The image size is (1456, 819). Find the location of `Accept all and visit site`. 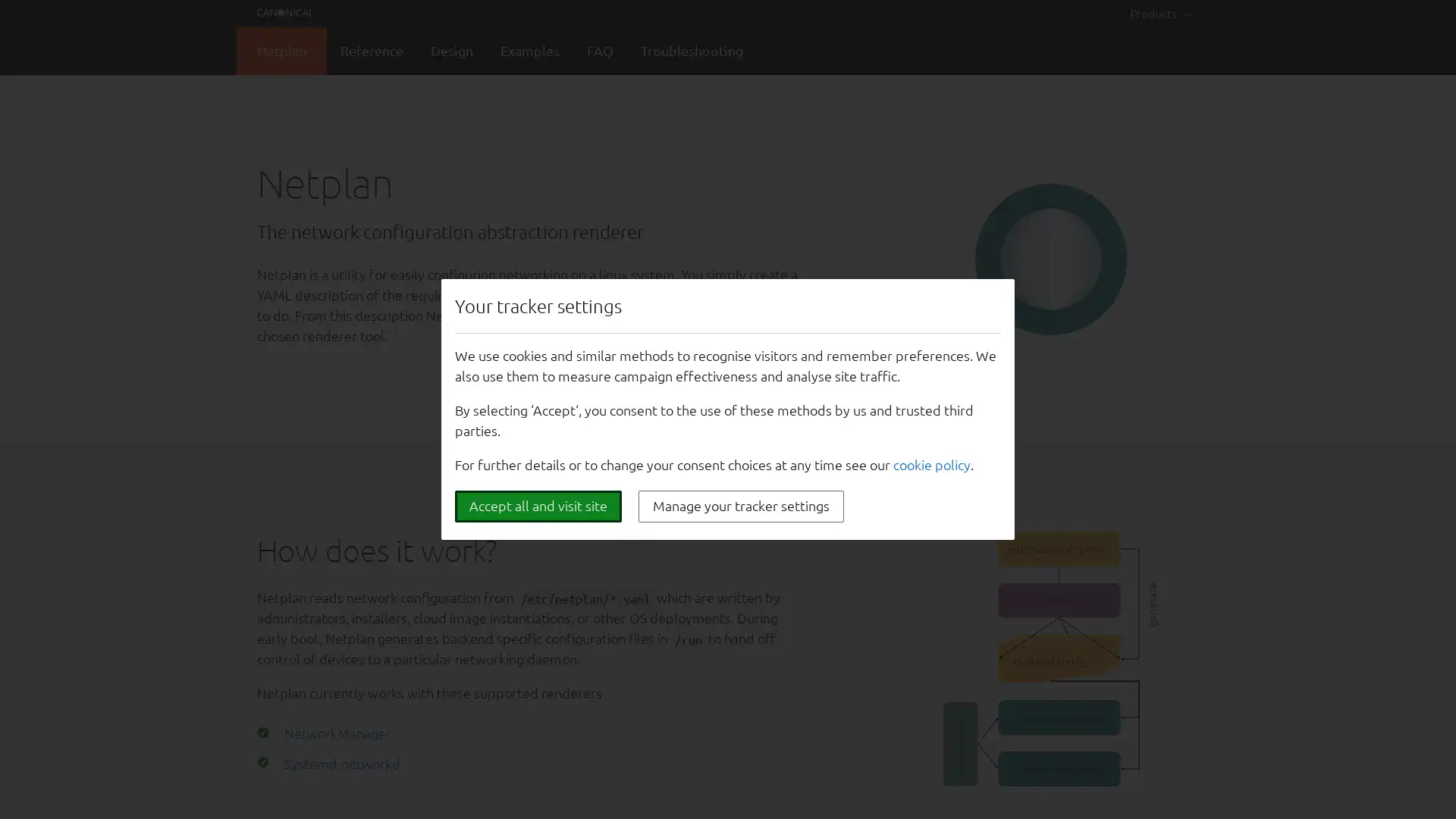

Accept all and visit site is located at coordinates (538, 506).